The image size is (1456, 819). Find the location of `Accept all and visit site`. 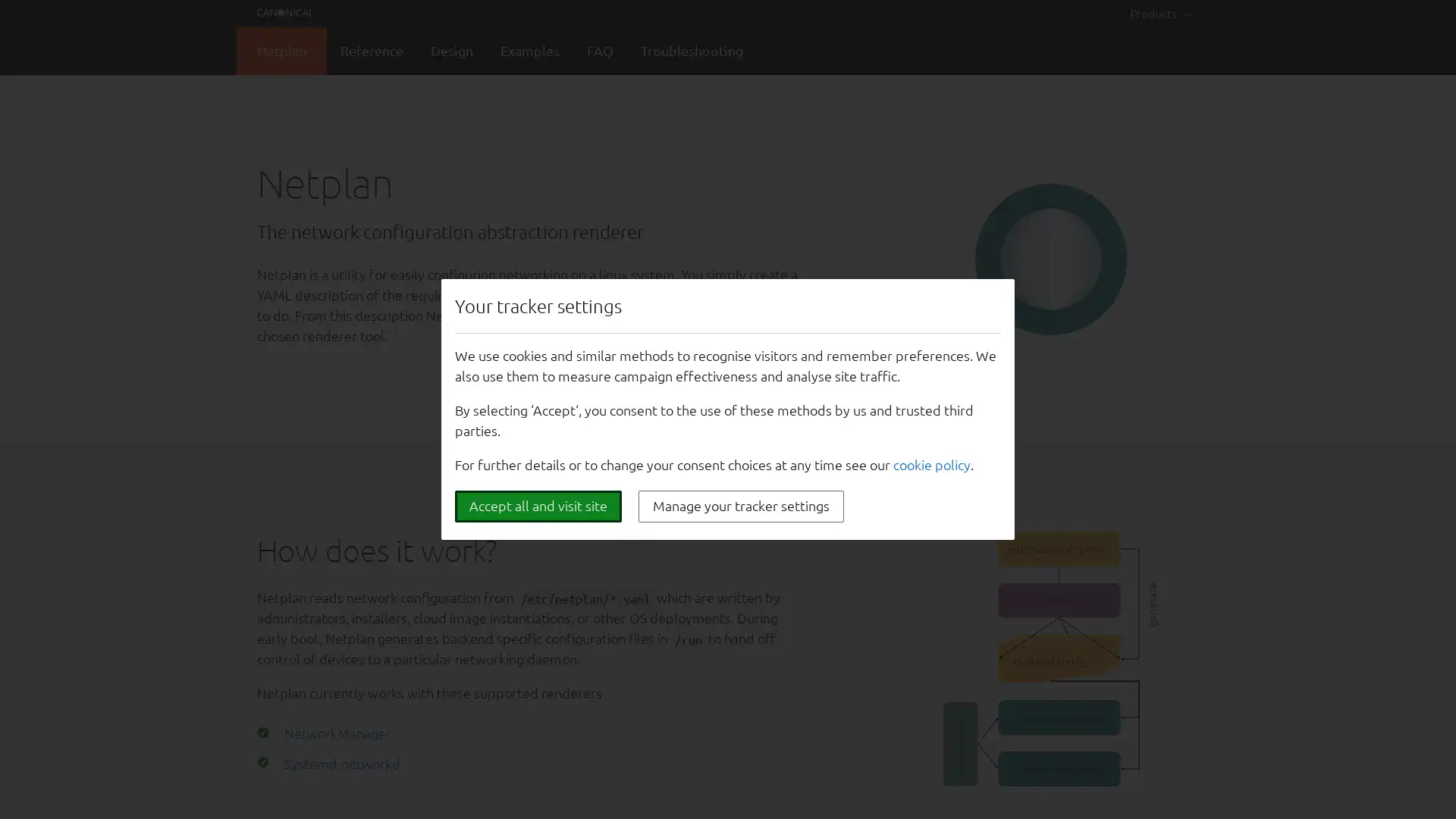

Accept all and visit site is located at coordinates (538, 506).